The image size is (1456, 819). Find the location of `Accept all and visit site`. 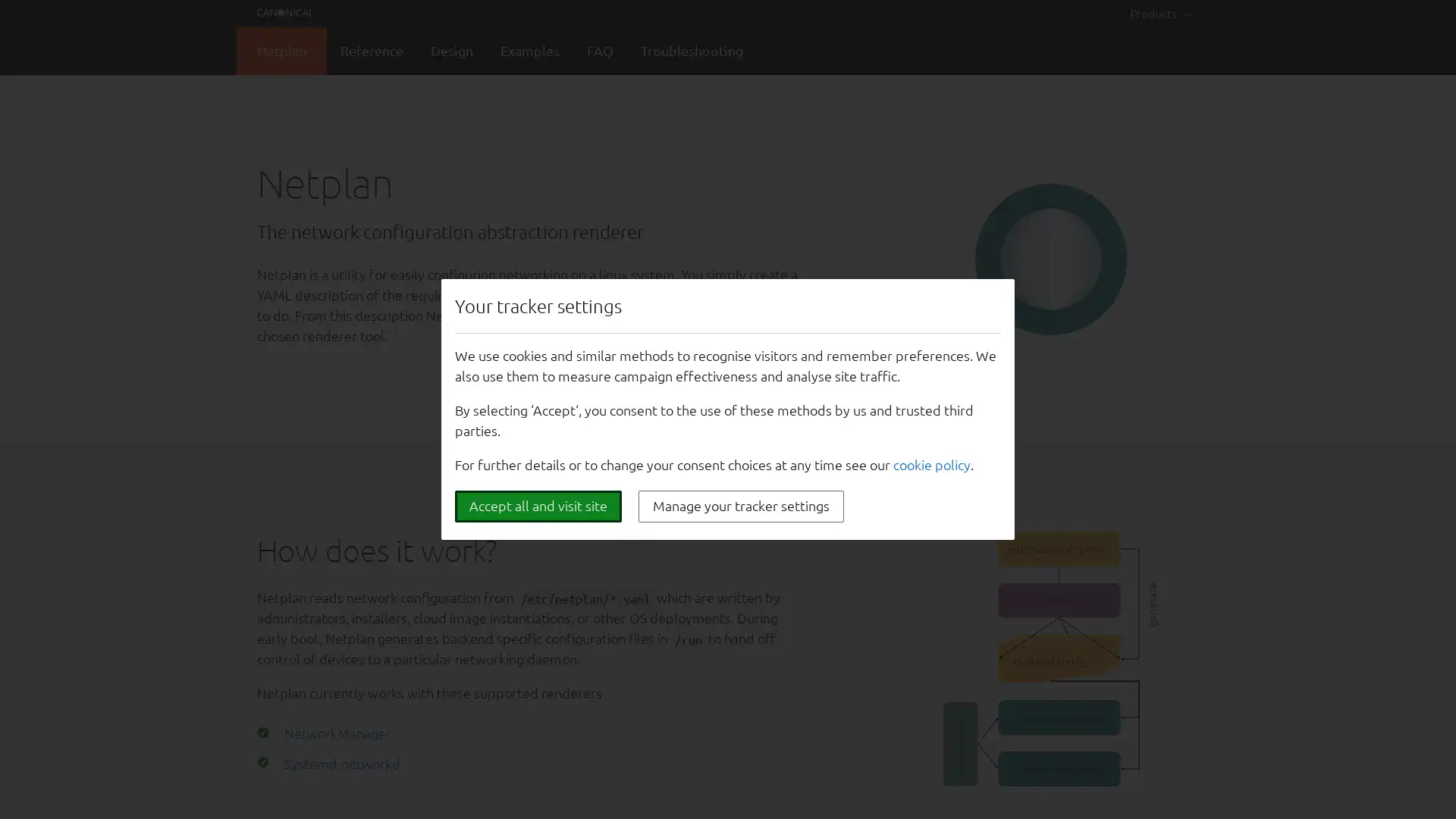

Accept all and visit site is located at coordinates (538, 506).